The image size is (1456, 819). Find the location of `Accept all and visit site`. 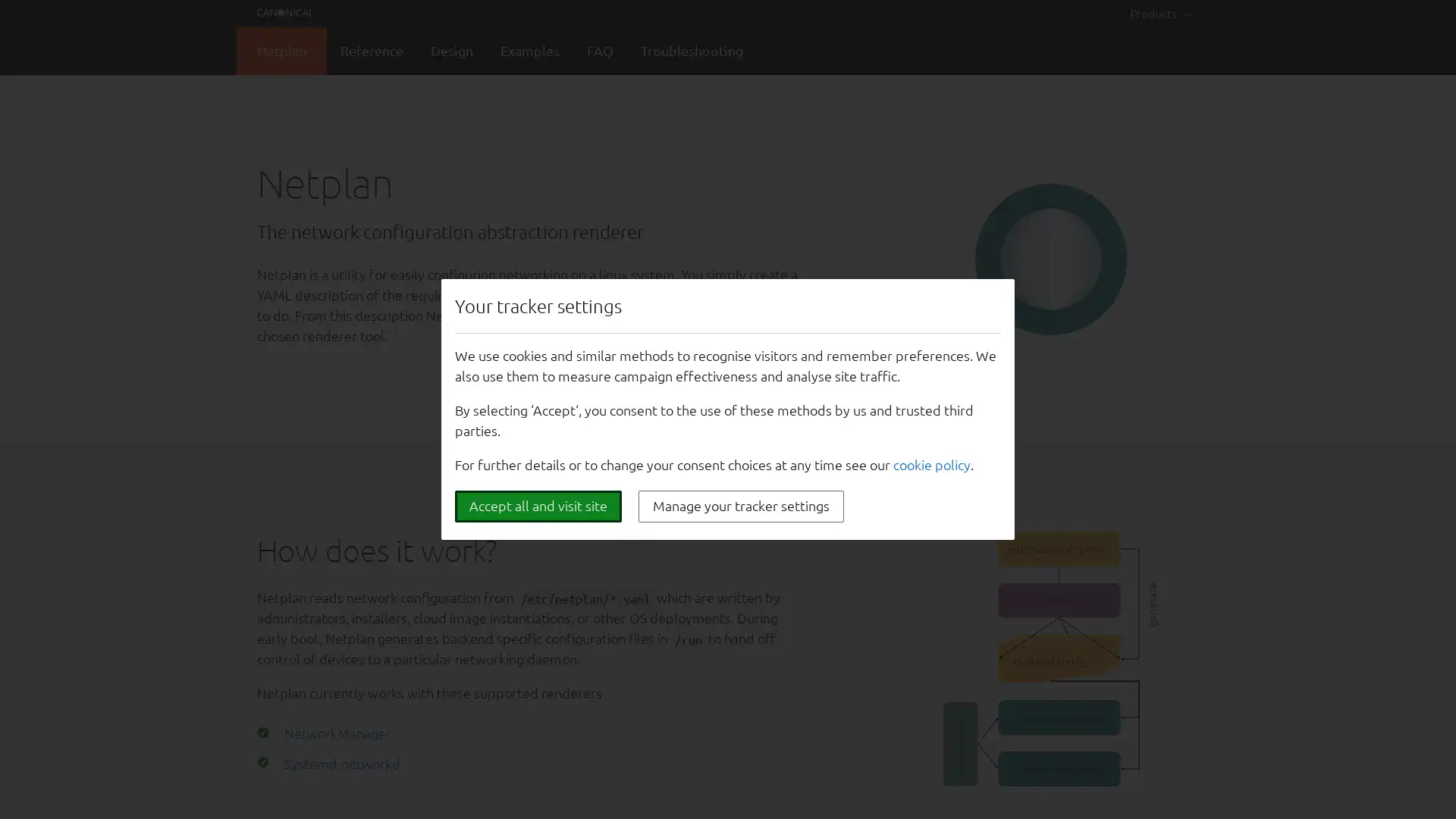

Accept all and visit site is located at coordinates (538, 506).